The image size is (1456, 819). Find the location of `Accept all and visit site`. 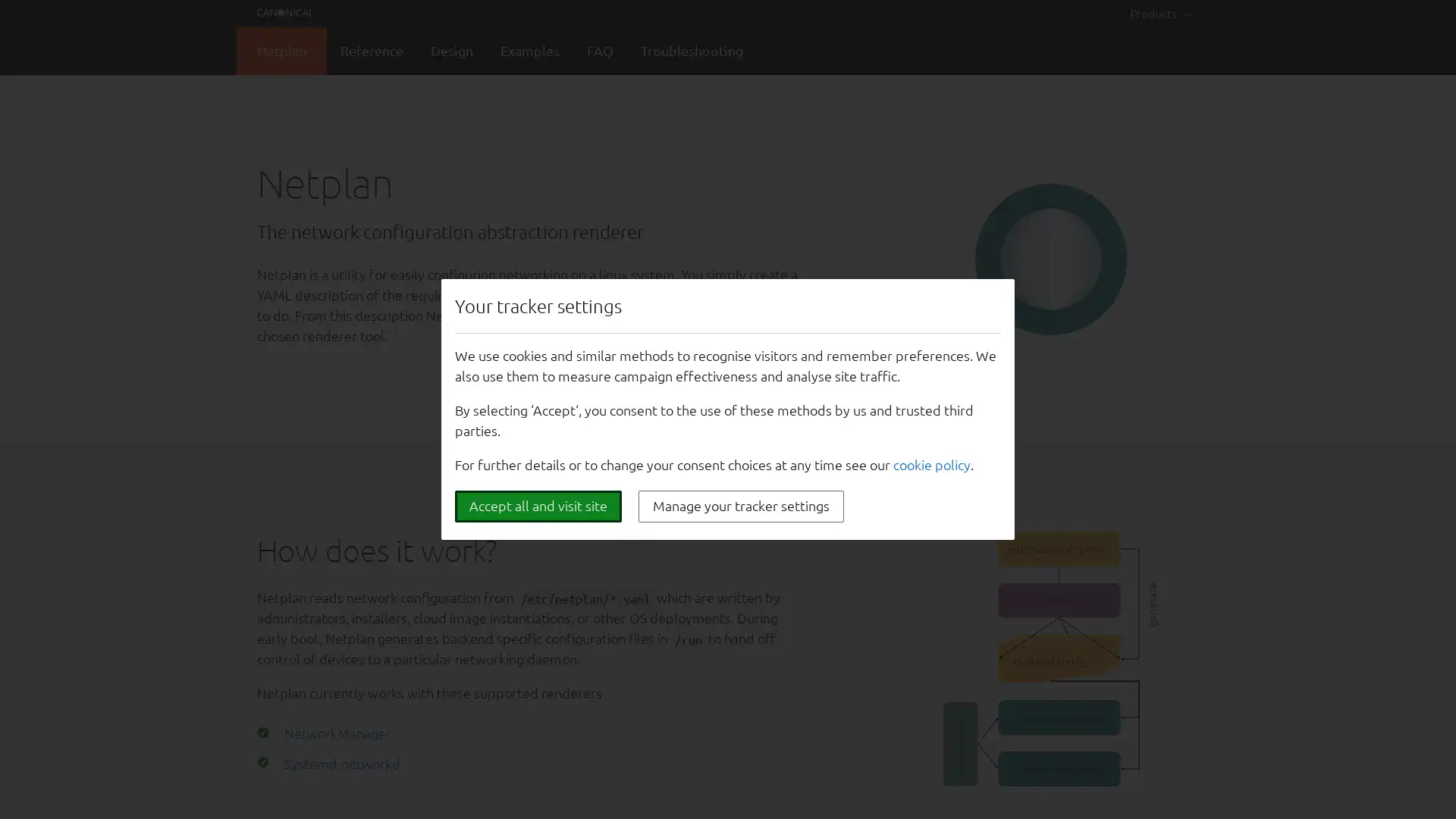

Accept all and visit site is located at coordinates (538, 506).